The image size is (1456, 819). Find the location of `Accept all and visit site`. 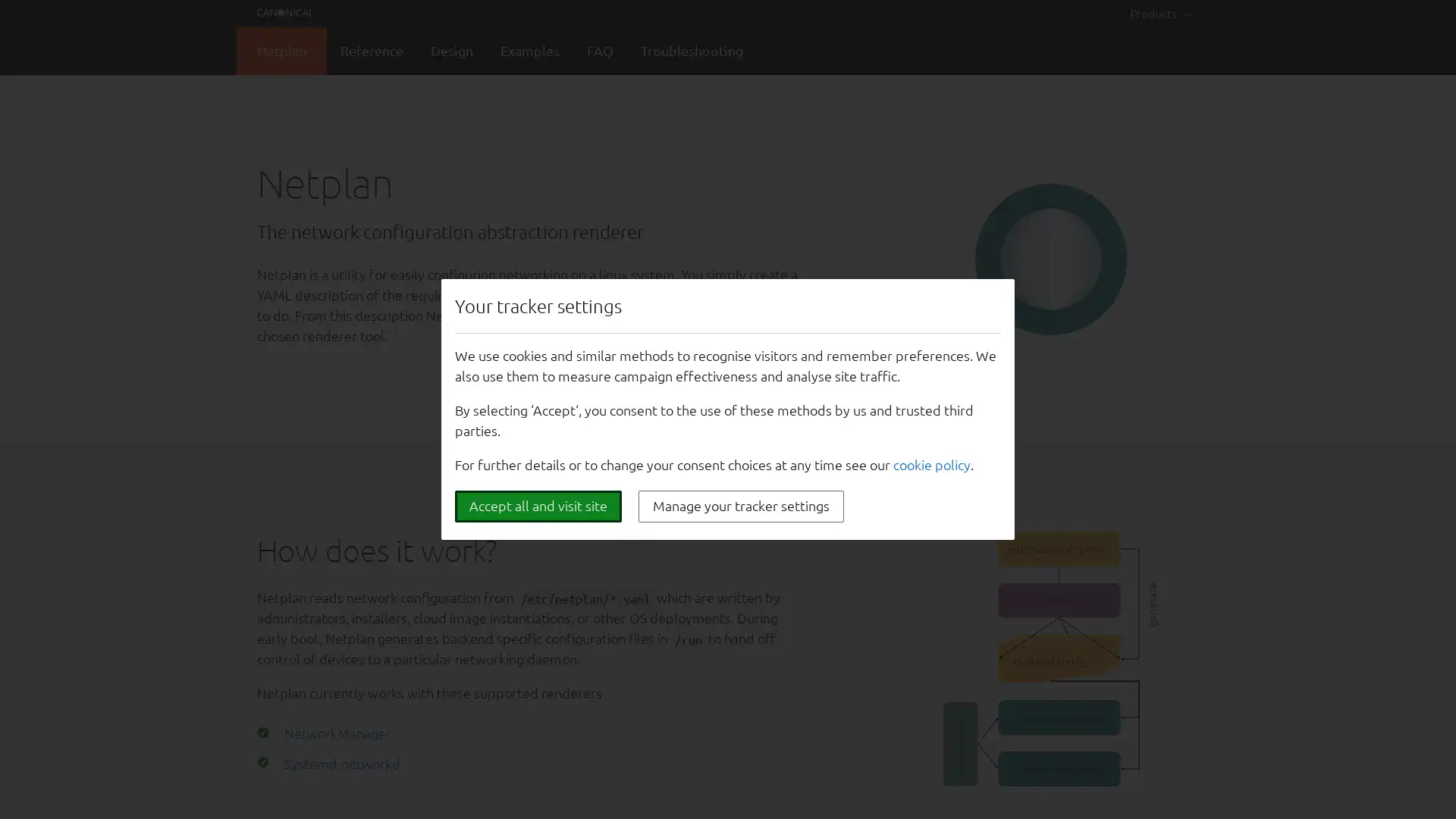

Accept all and visit site is located at coordinates (538, 506).